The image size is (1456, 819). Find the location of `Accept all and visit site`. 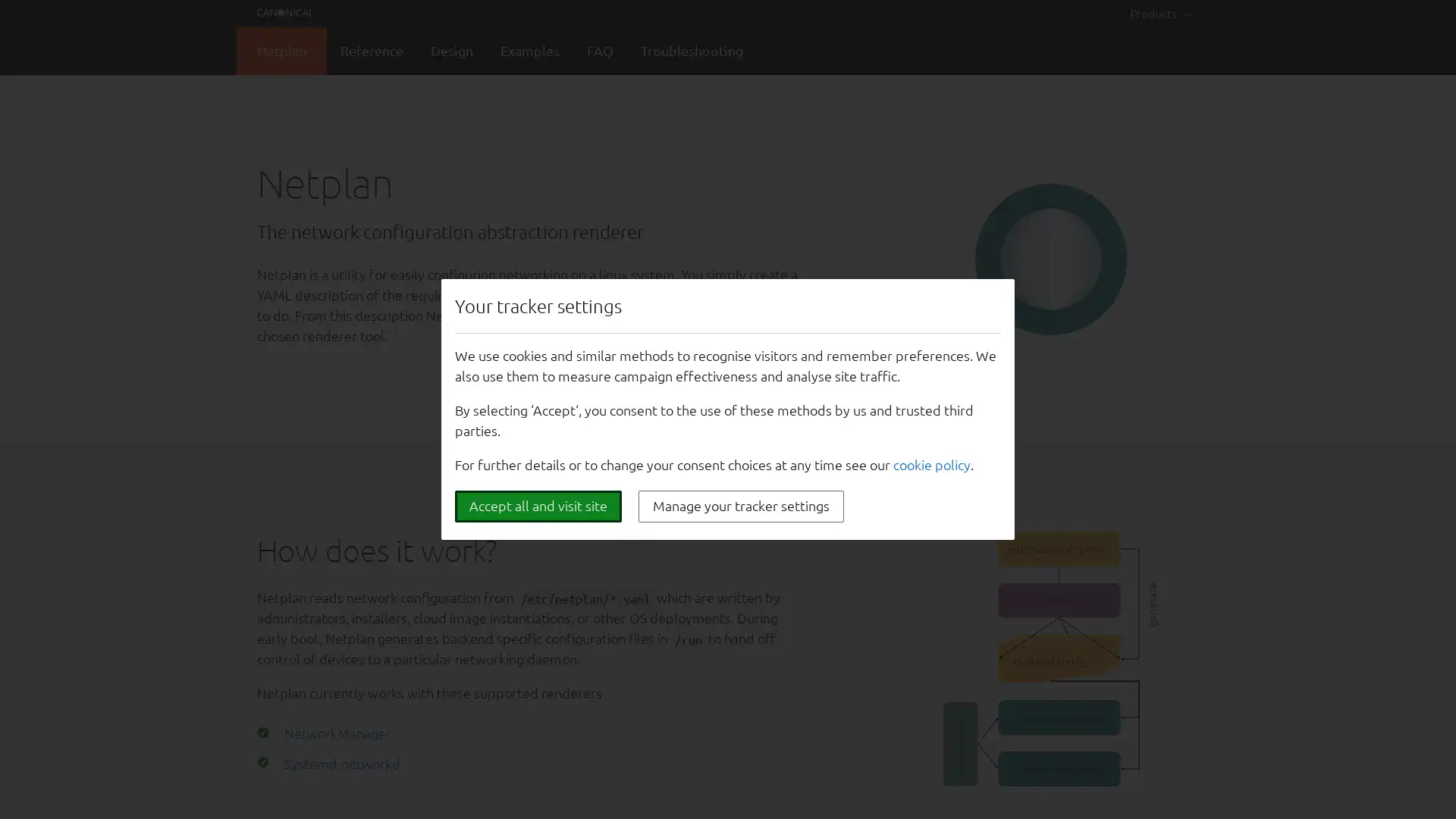

Accept all and visit site is located at coordinates (538, 506).